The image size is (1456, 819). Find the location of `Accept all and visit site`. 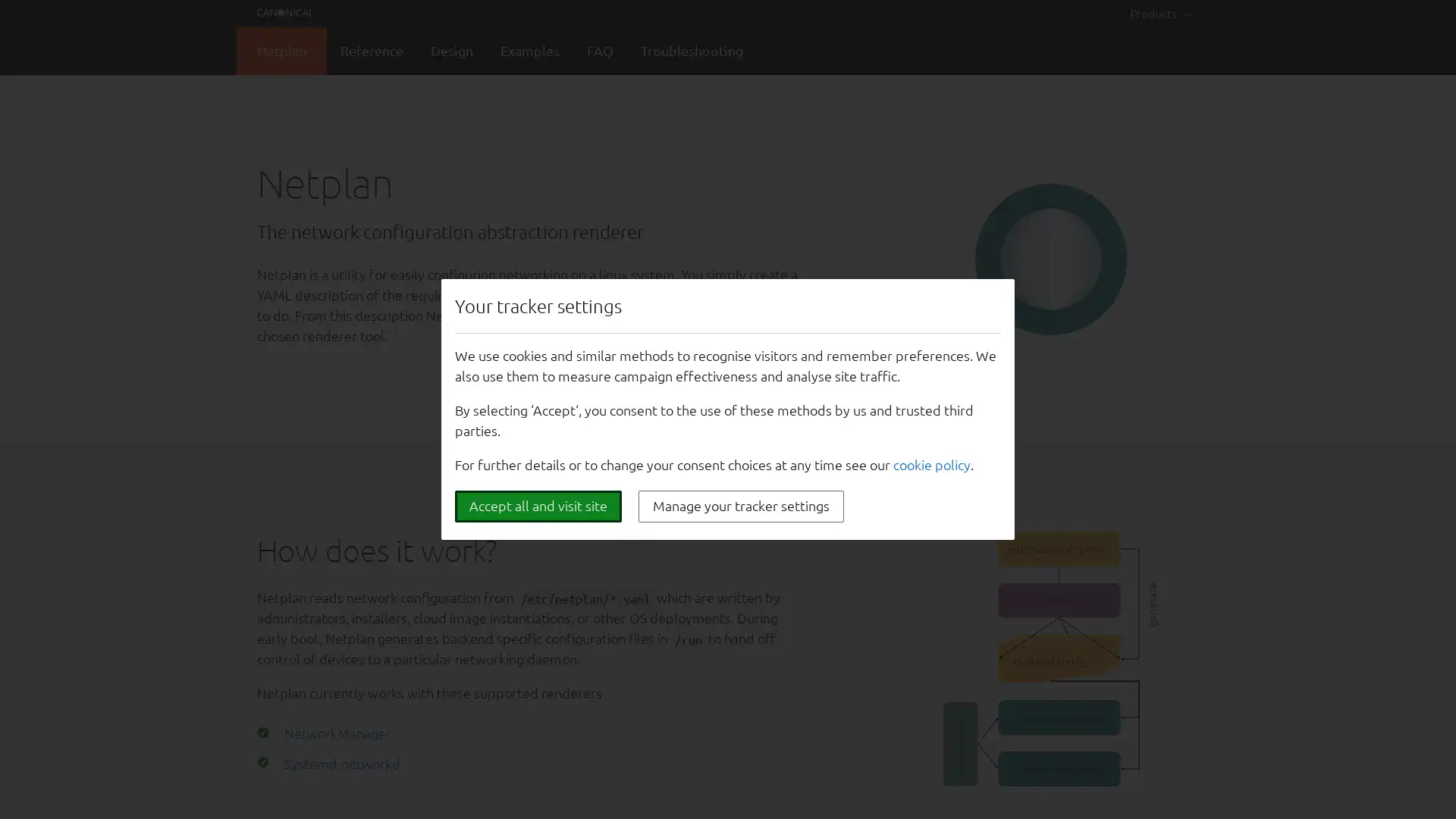

Accept all and visit site is located at coordinates (538, 506).